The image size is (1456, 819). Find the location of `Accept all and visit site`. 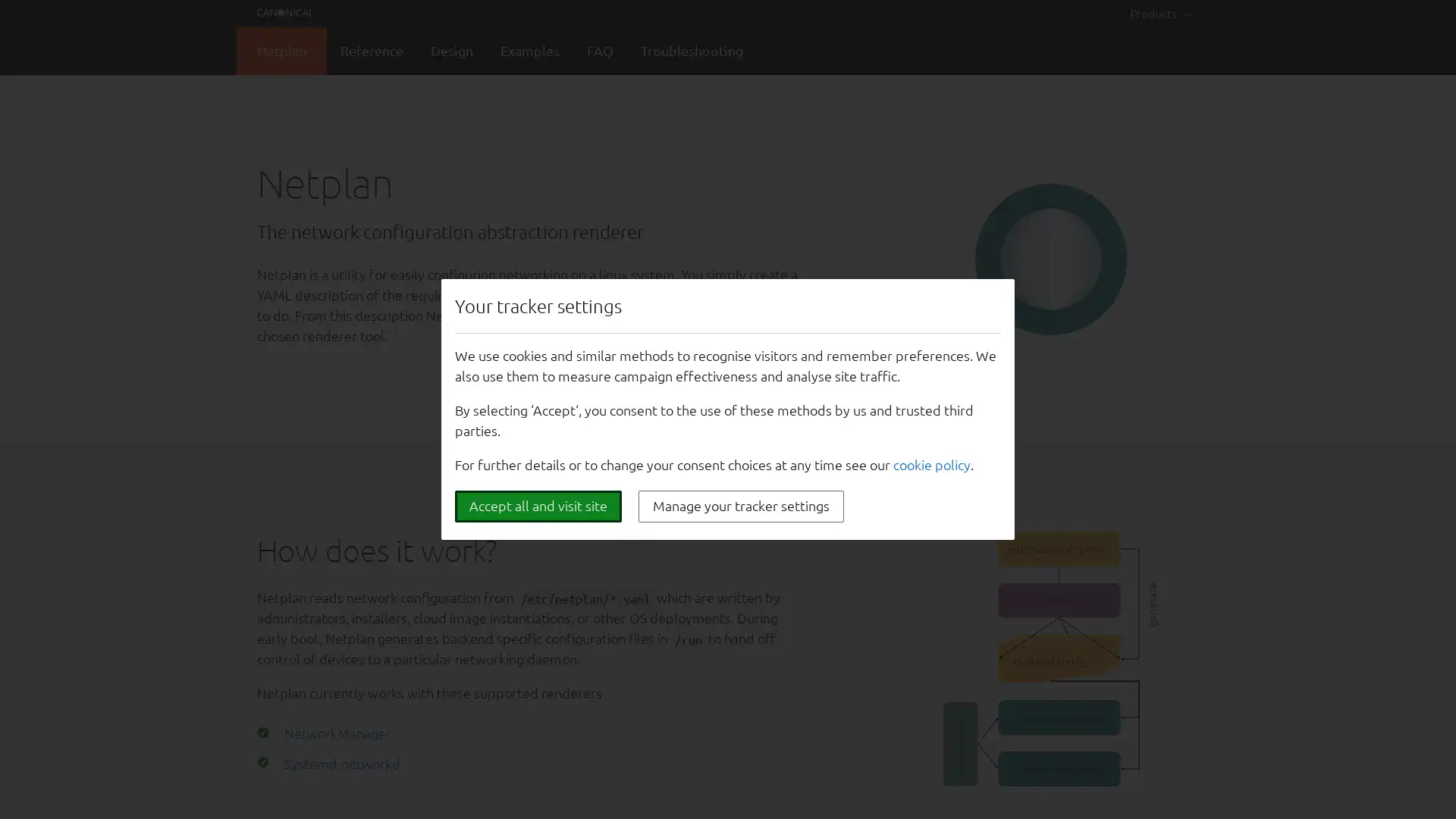

Accept all and visit site is located at coordinates (538, 506).